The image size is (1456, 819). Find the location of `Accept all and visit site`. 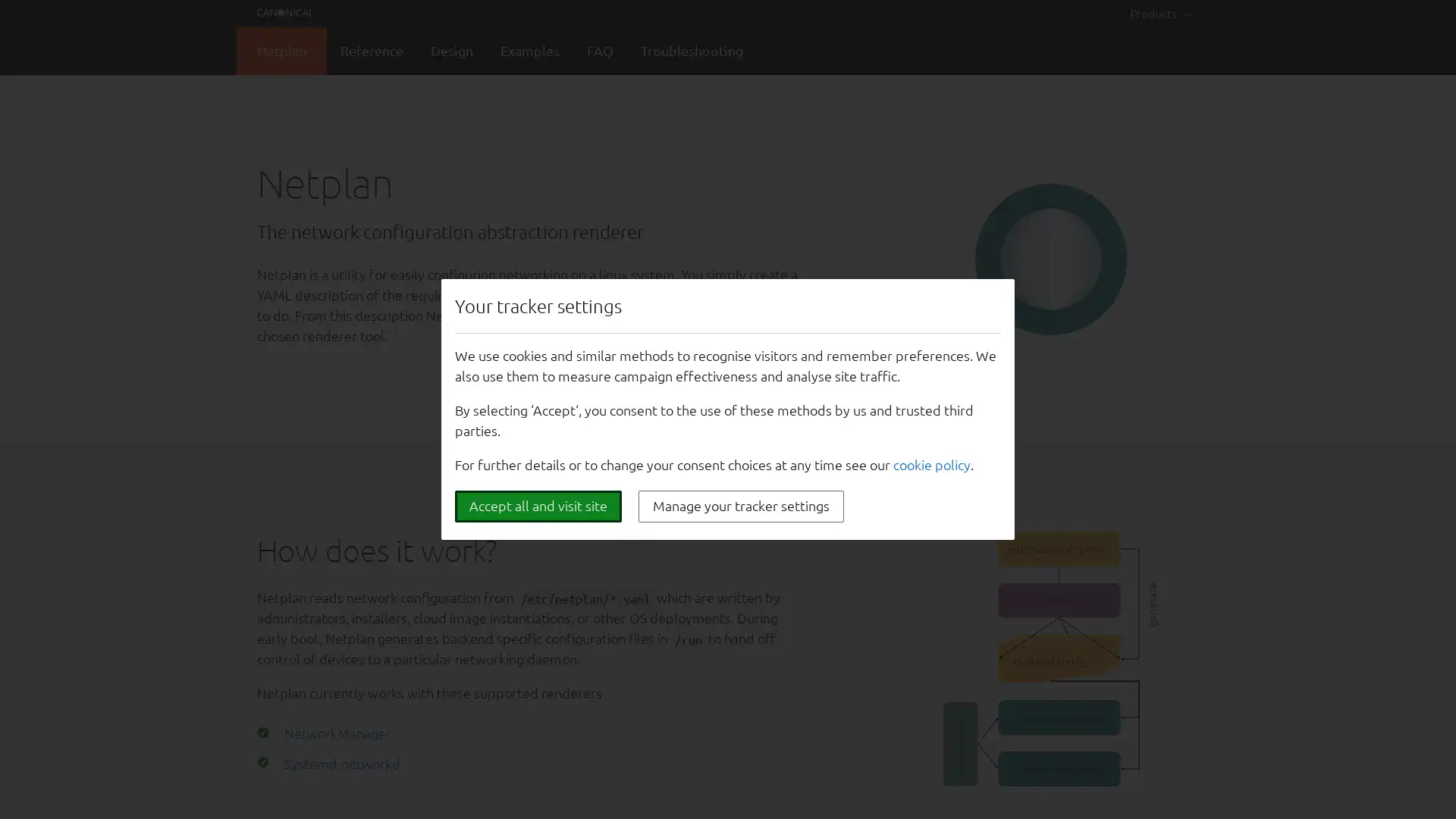

Accept all and visit site is located at coordinates (538, 506).